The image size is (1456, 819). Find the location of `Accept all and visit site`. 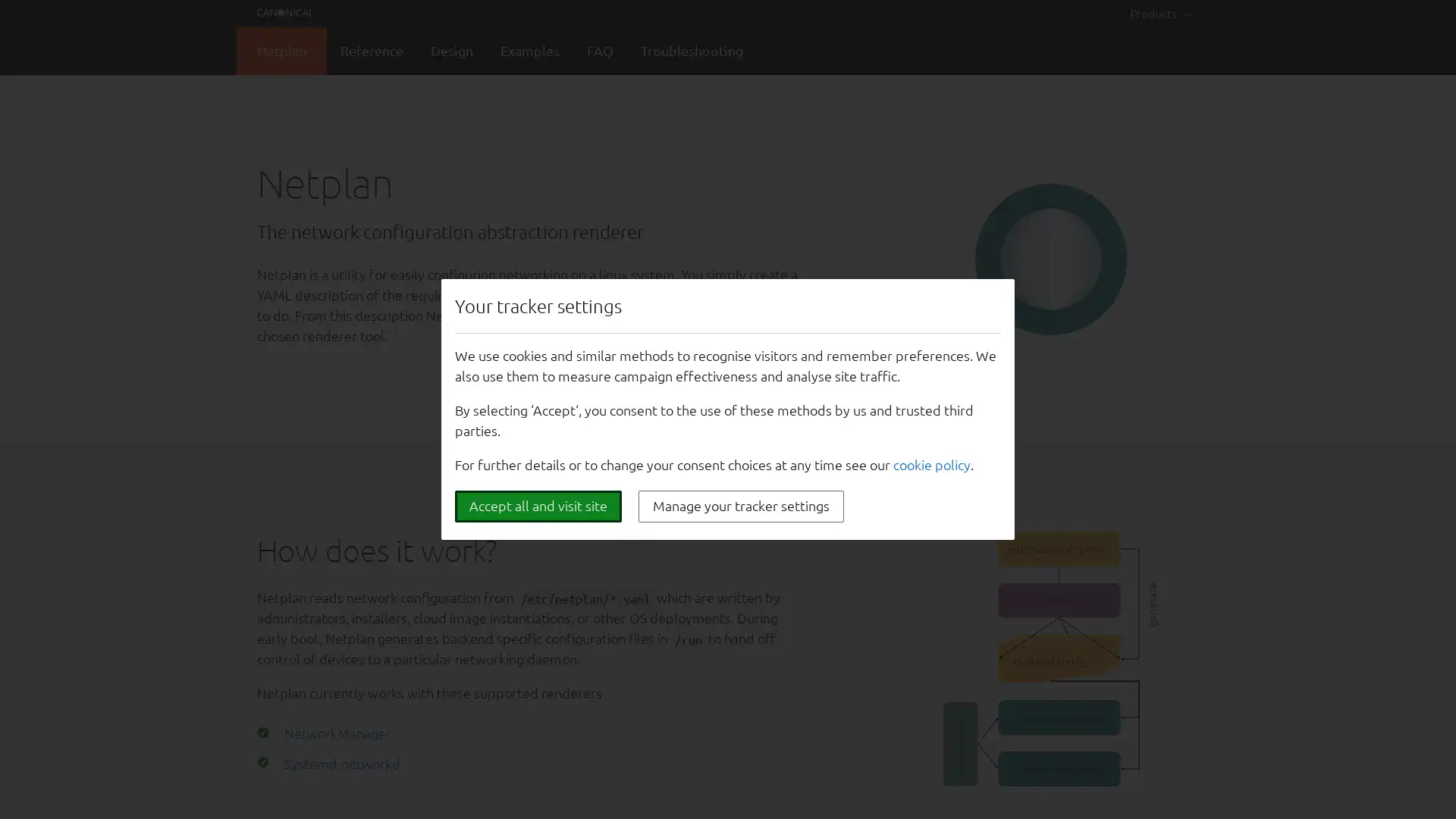

Accept all and visit site is located at coordinates (538, 506).